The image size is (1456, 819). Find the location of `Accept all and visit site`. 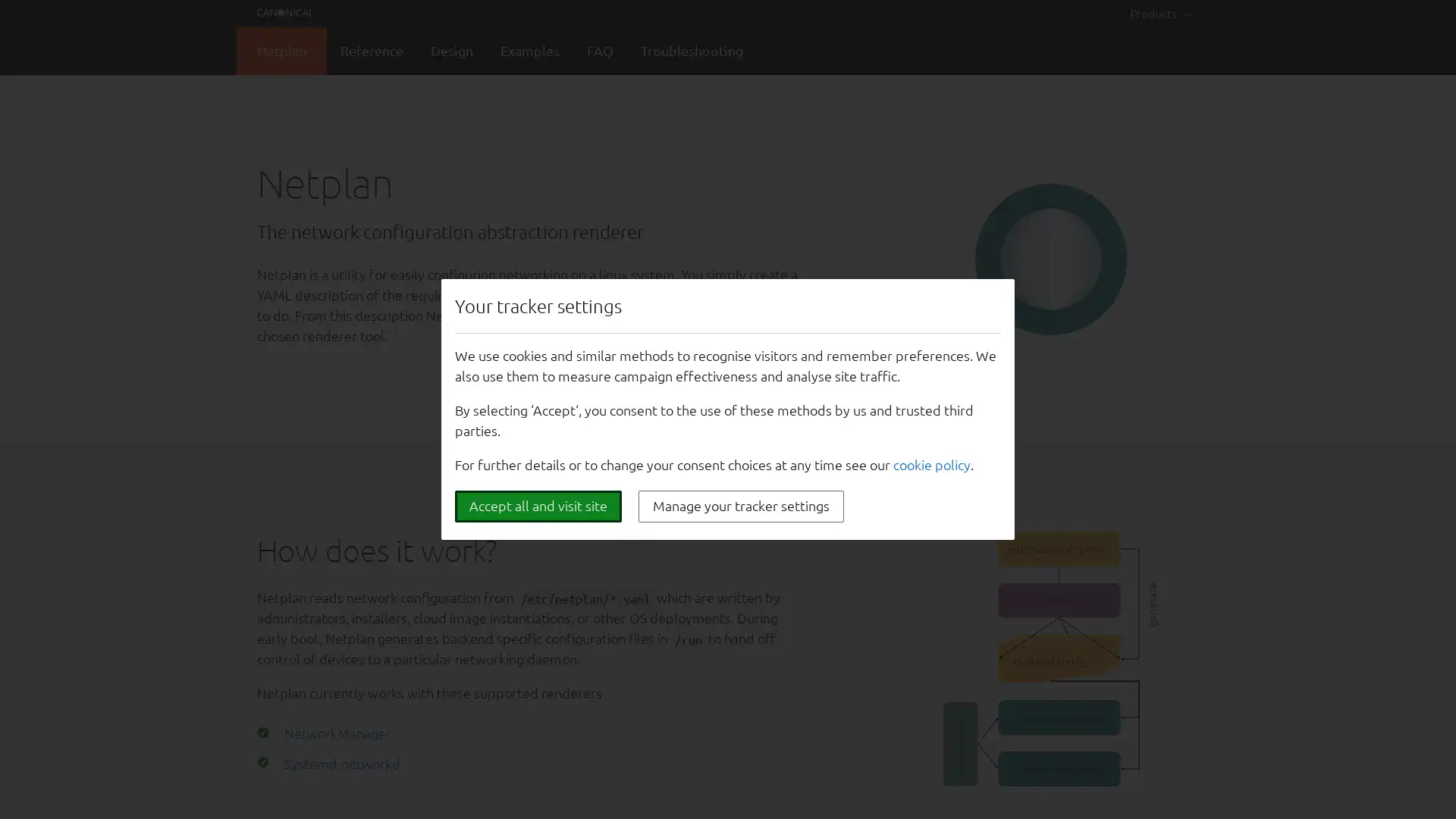

Accept all and visit site is located at coordinates (538, 506).